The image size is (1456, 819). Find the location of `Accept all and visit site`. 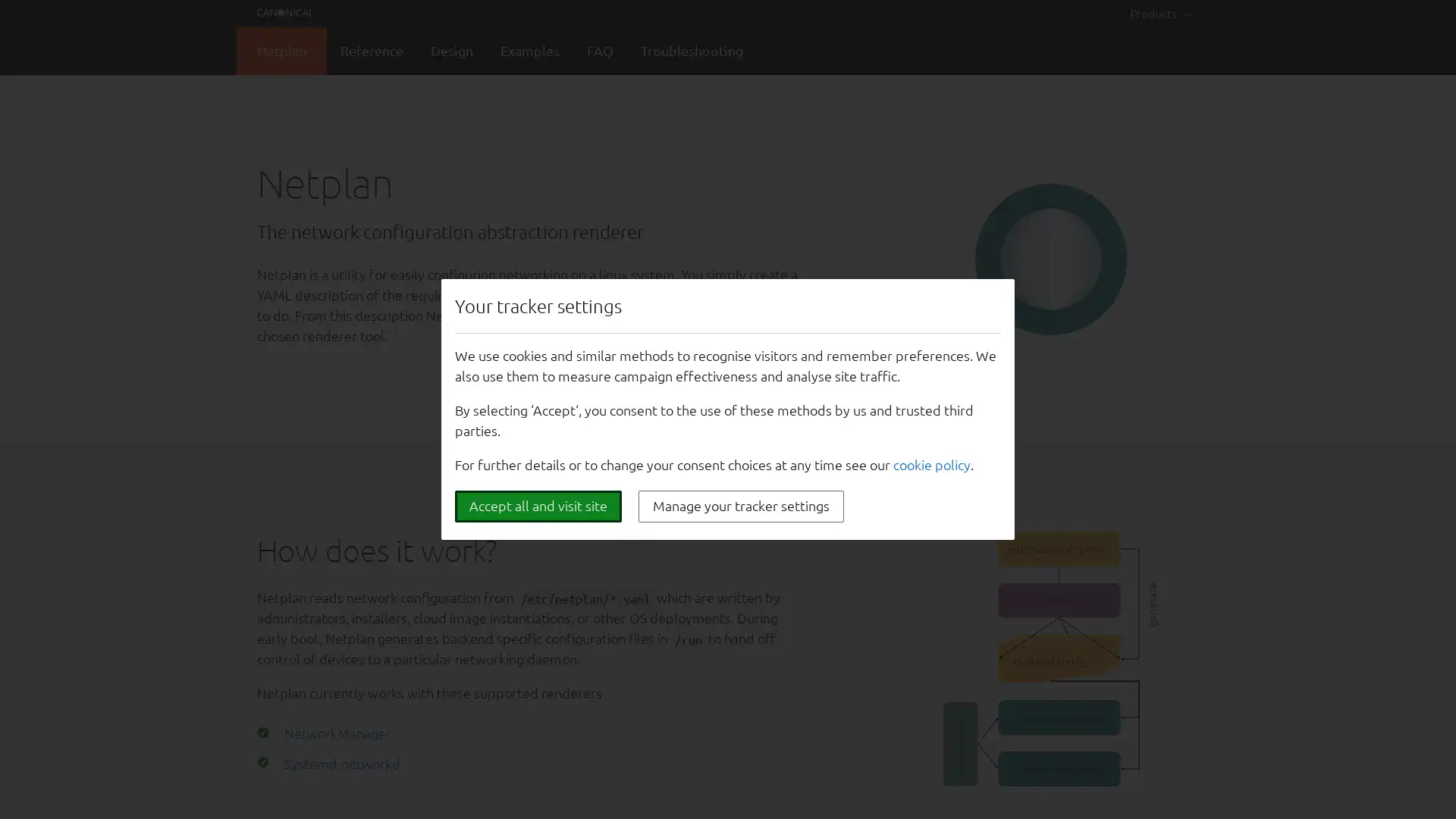

Accept all and visit site is located at coordinates (538, 506).